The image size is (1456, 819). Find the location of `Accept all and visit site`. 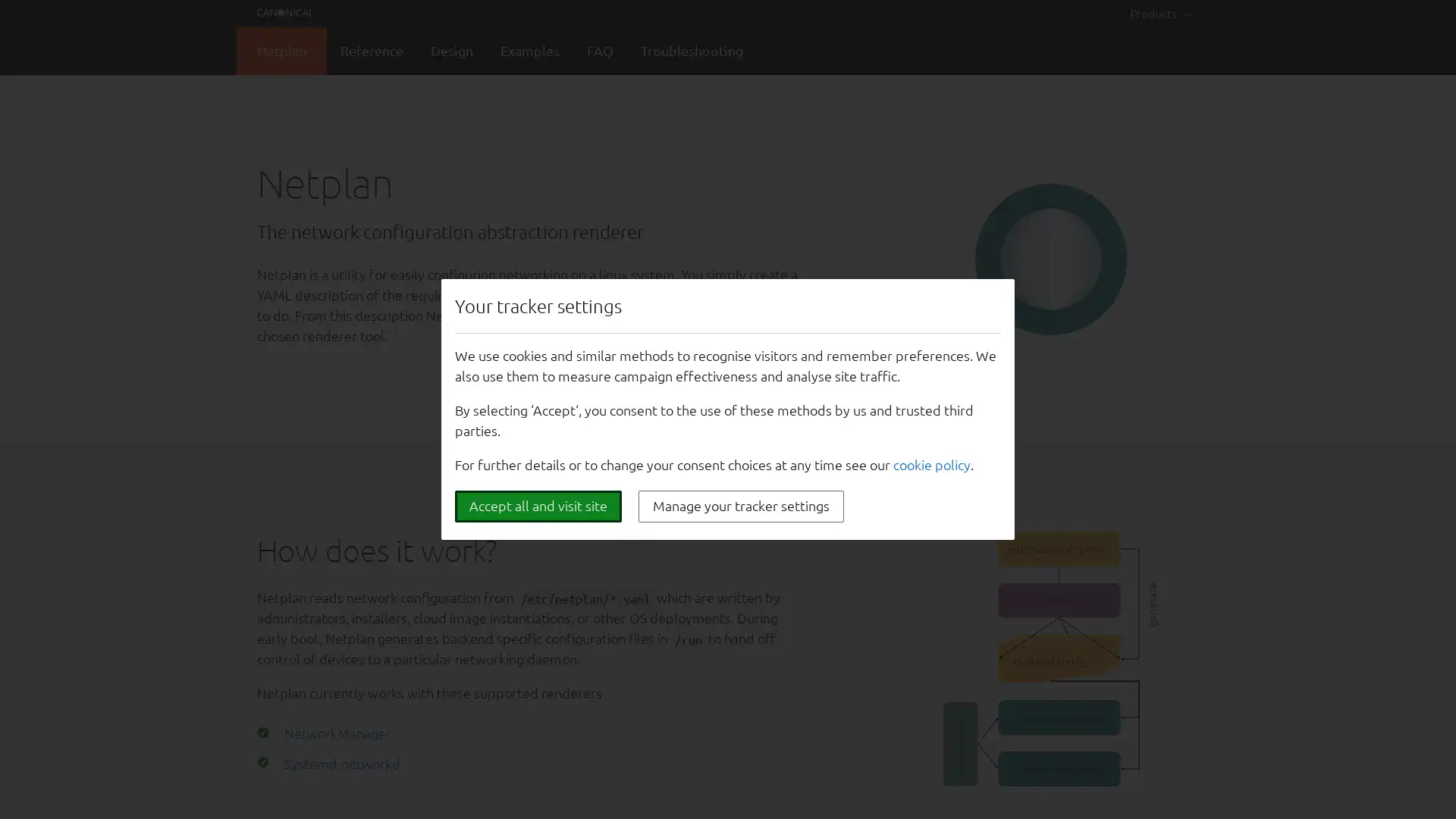

Accept all and visit site is located at coordinates (538, 506).